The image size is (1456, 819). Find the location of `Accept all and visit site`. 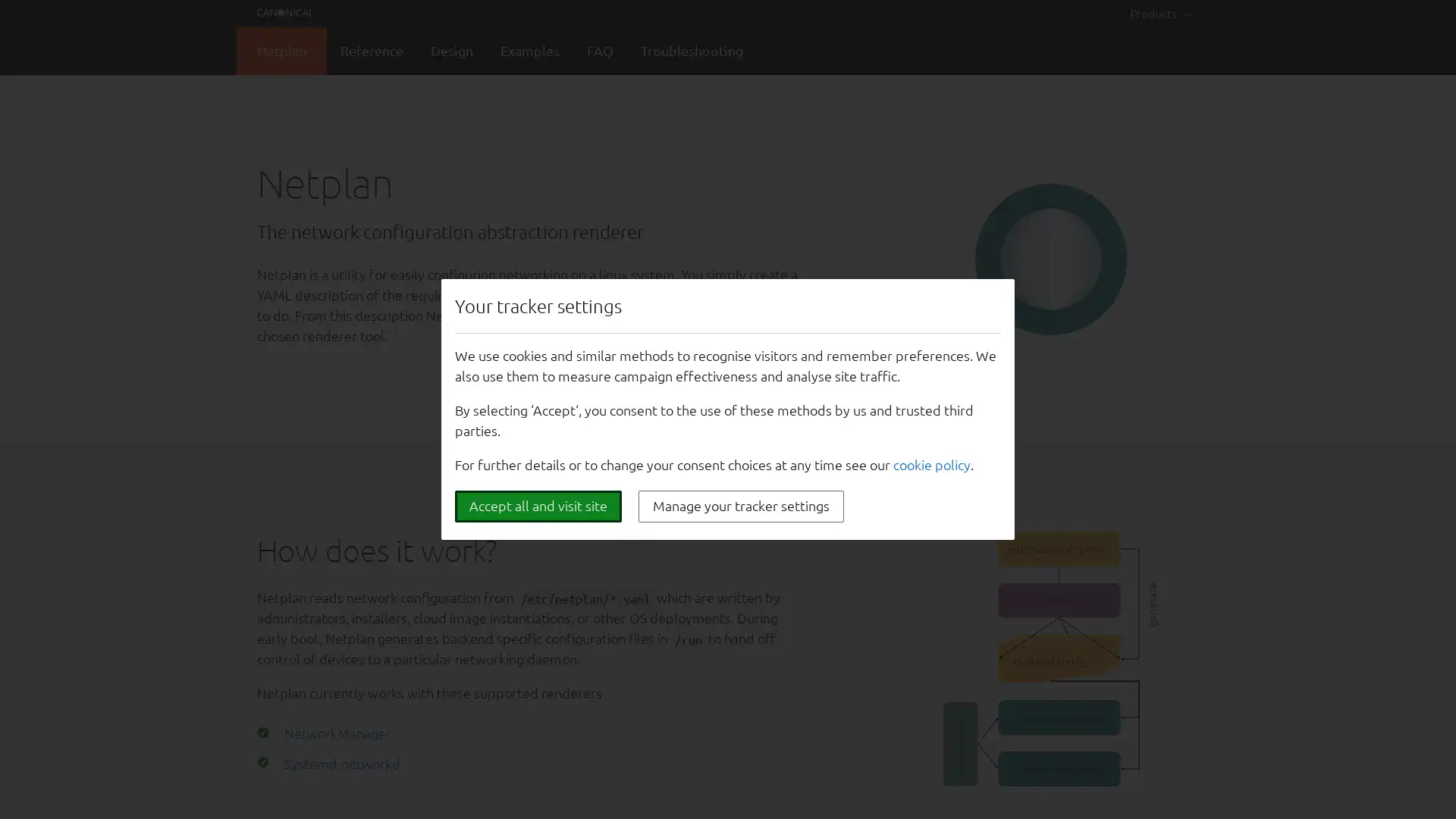

Accept all and visit site is located at coordinates (538, 506).